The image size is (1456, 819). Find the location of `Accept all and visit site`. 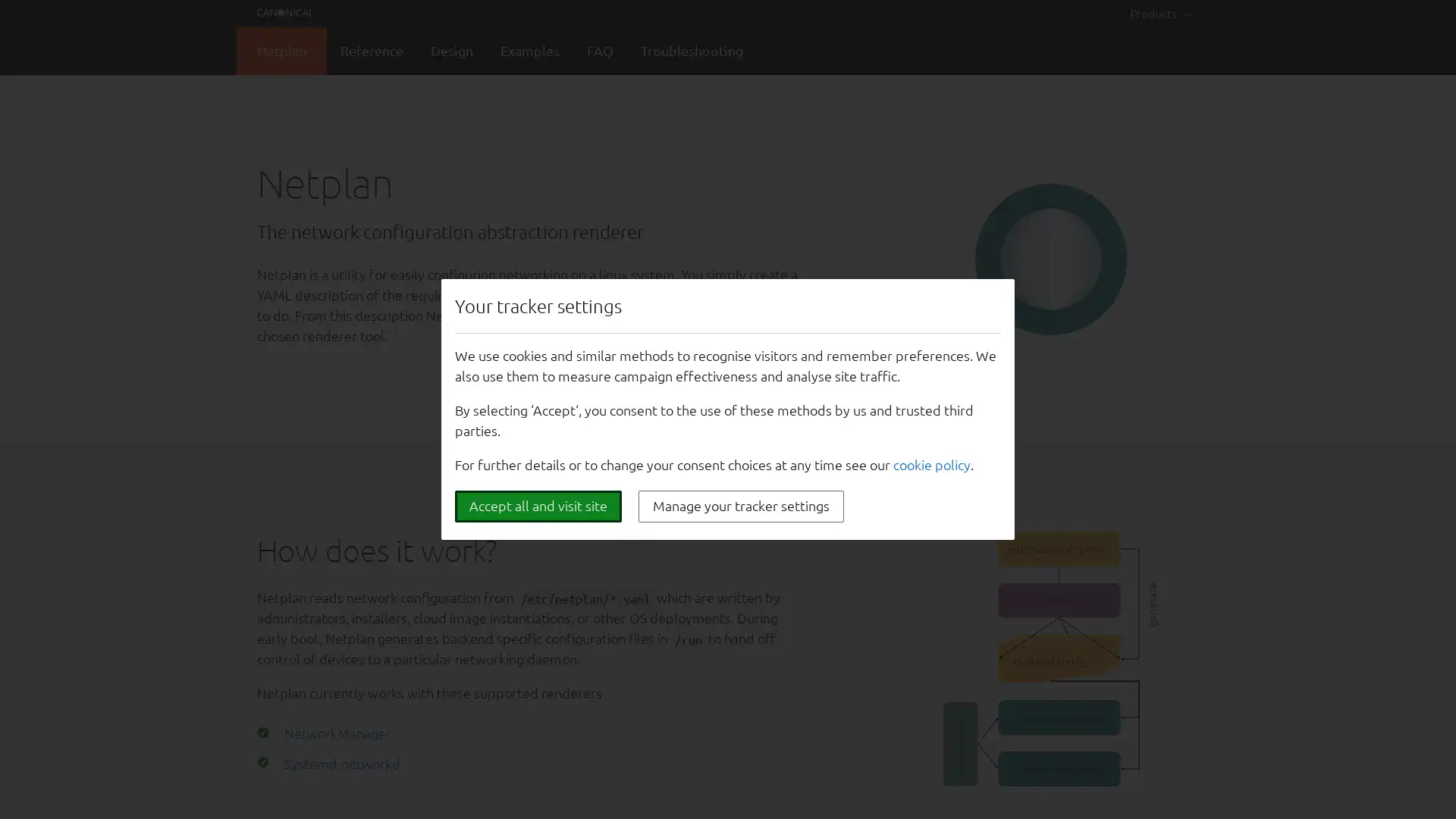

Accept all and visit site is located at coordinates (538, 506).